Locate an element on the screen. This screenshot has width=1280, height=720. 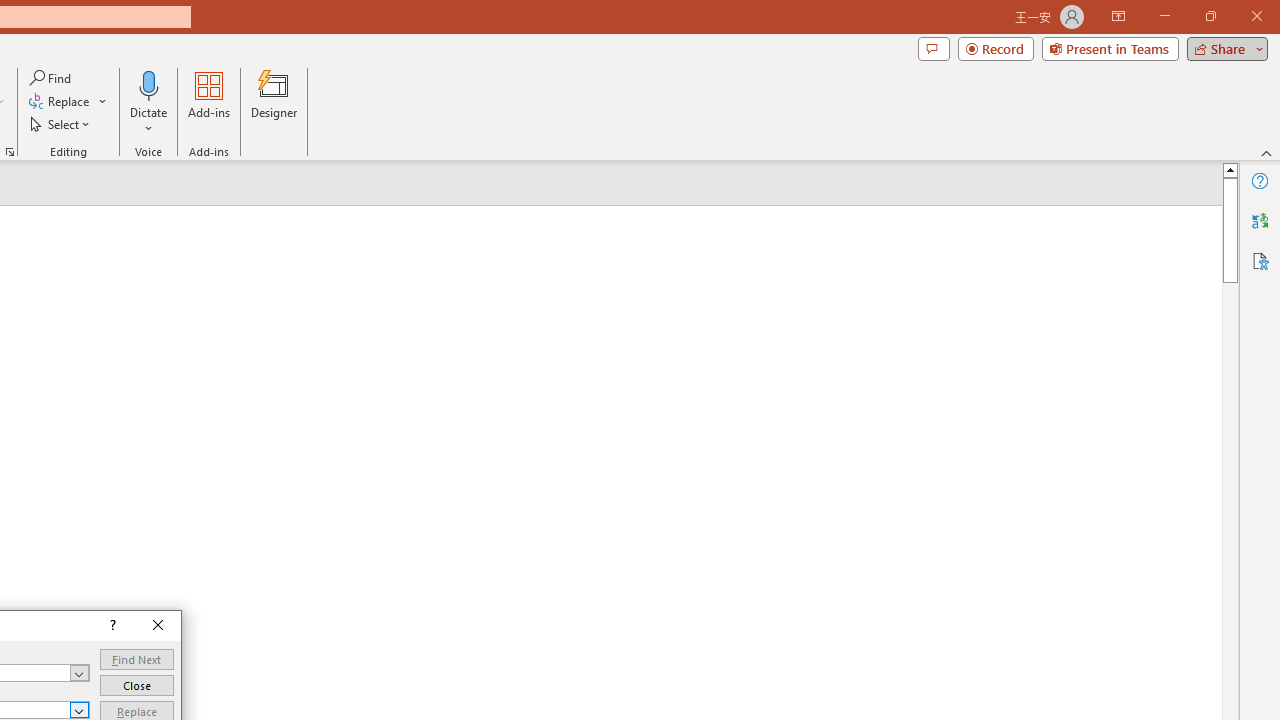
'Context help' is located at coordinates (110, 625).